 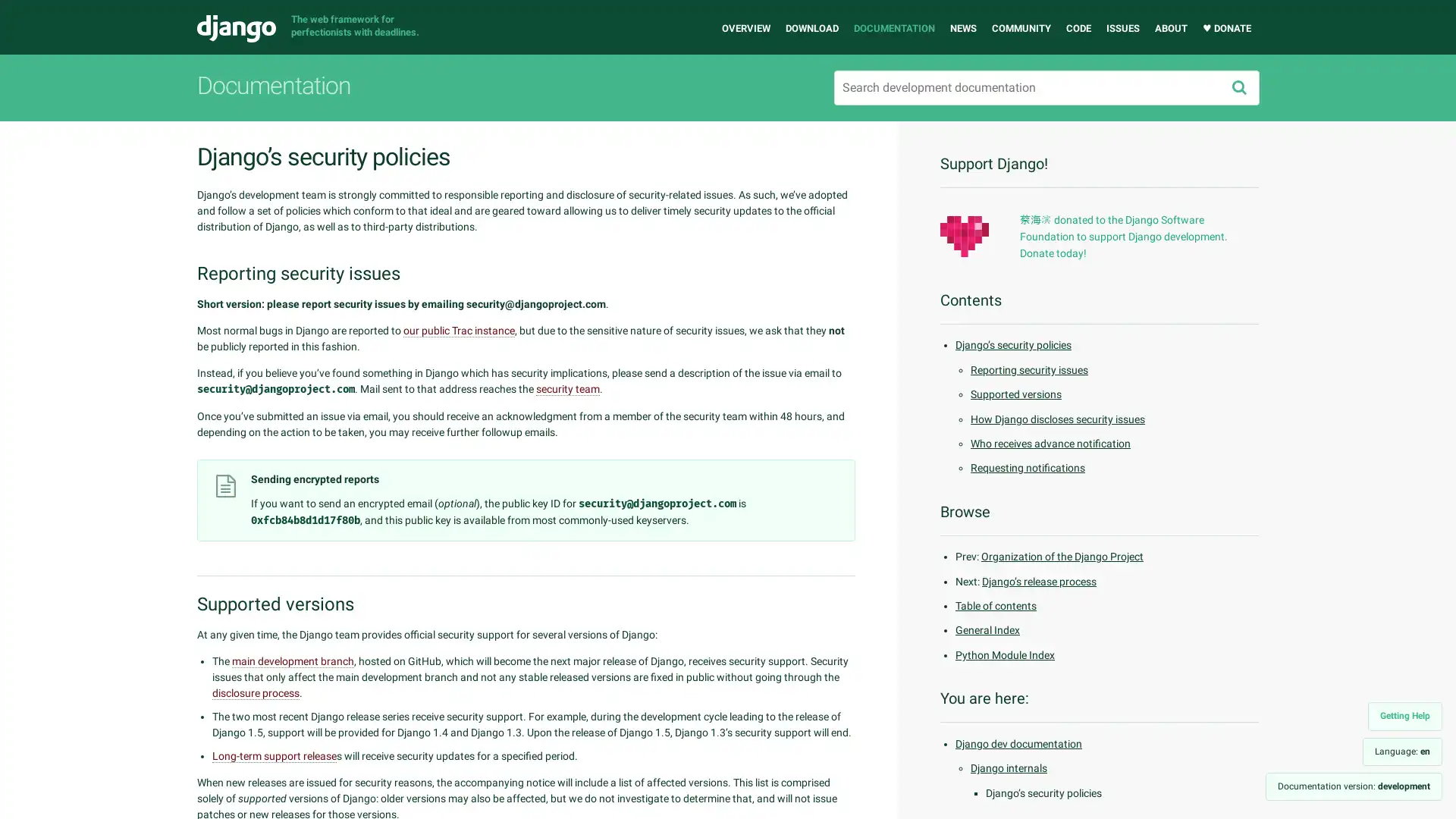 I want to click on Search, so click(x=1238, y=87).